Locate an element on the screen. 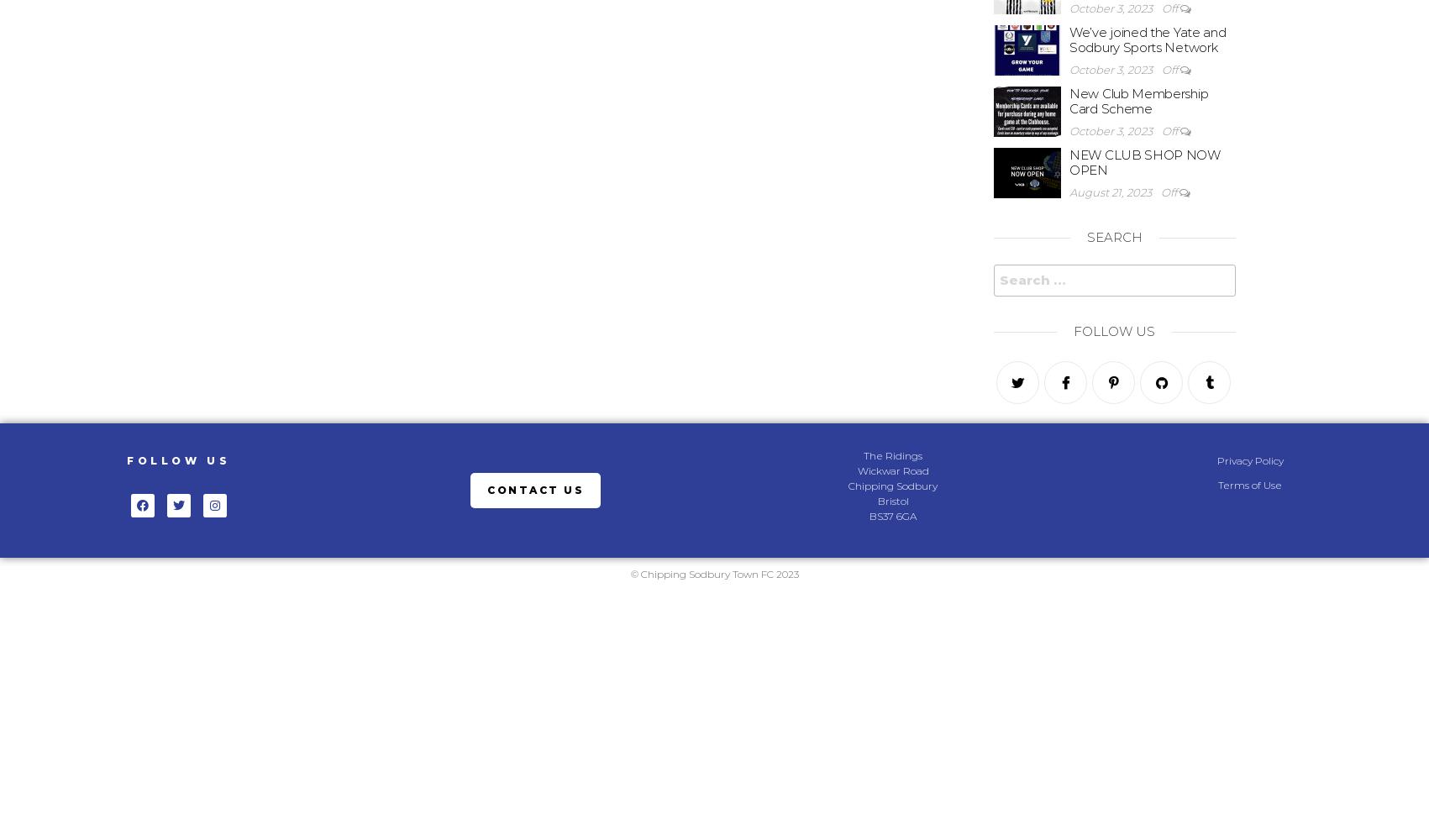  'New Club Membership Card Scheme' is located at coordinates (1137, 100).